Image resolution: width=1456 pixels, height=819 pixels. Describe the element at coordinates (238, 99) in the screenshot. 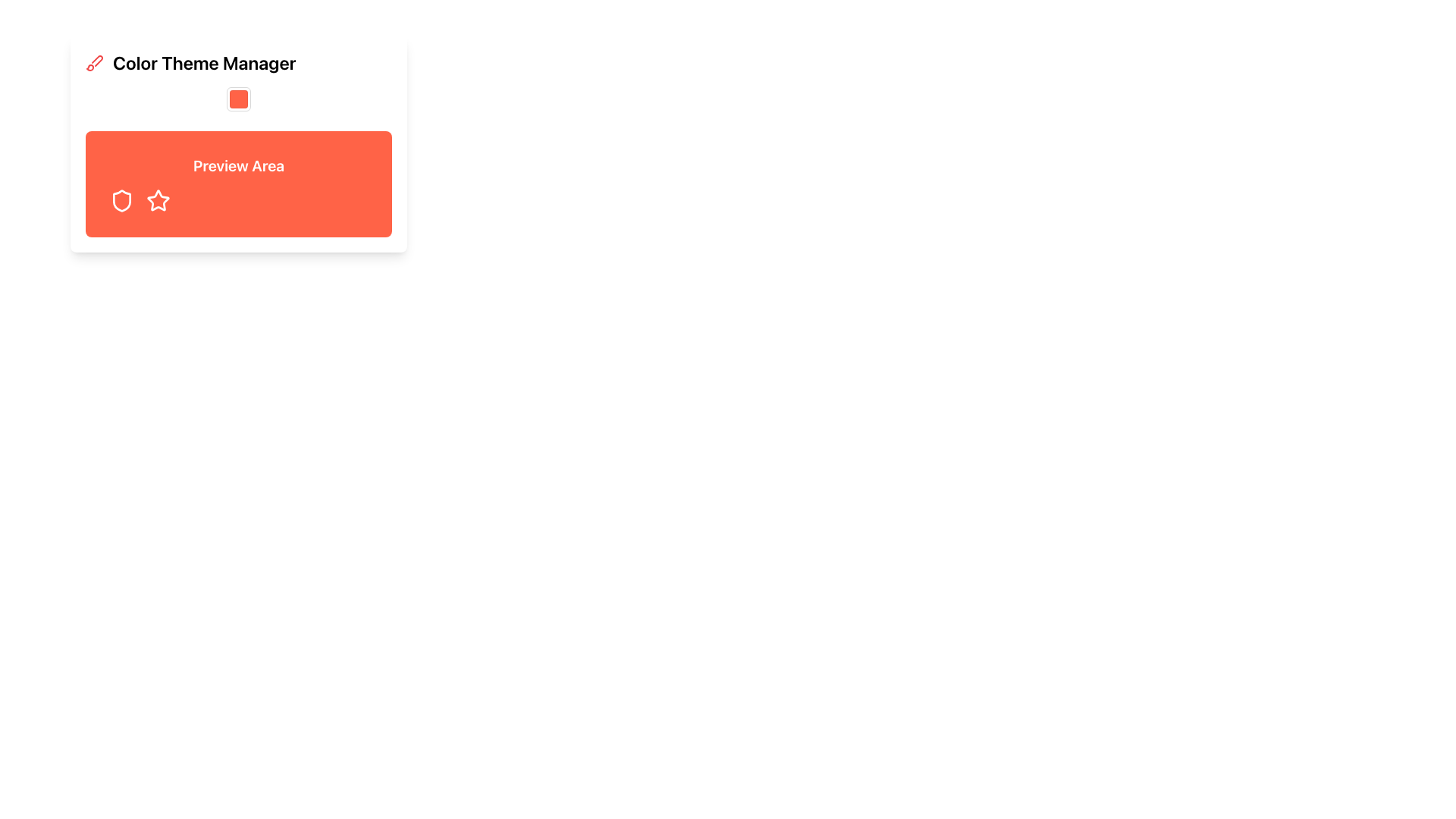

I see `the Color Picker Trigger located centrally below the title 'Color Theme Manager'` at that location.